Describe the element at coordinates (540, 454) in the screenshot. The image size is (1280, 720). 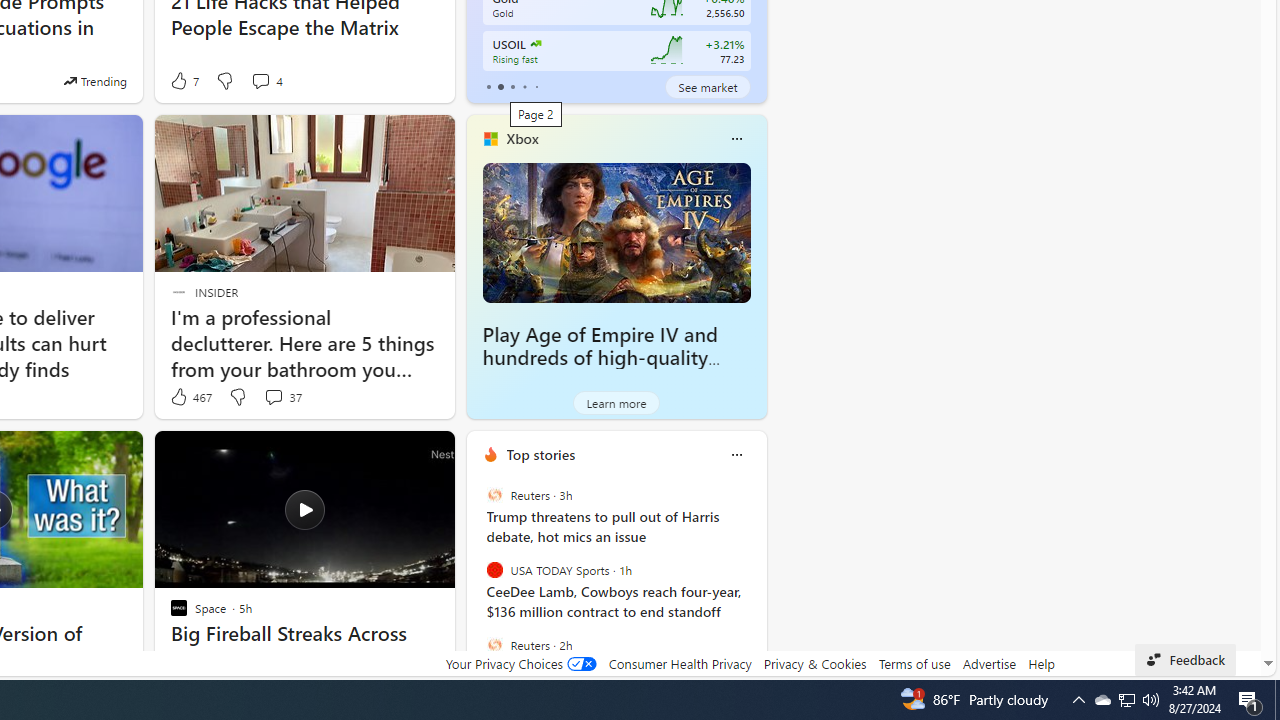
I see `'Top stories'` at that location.